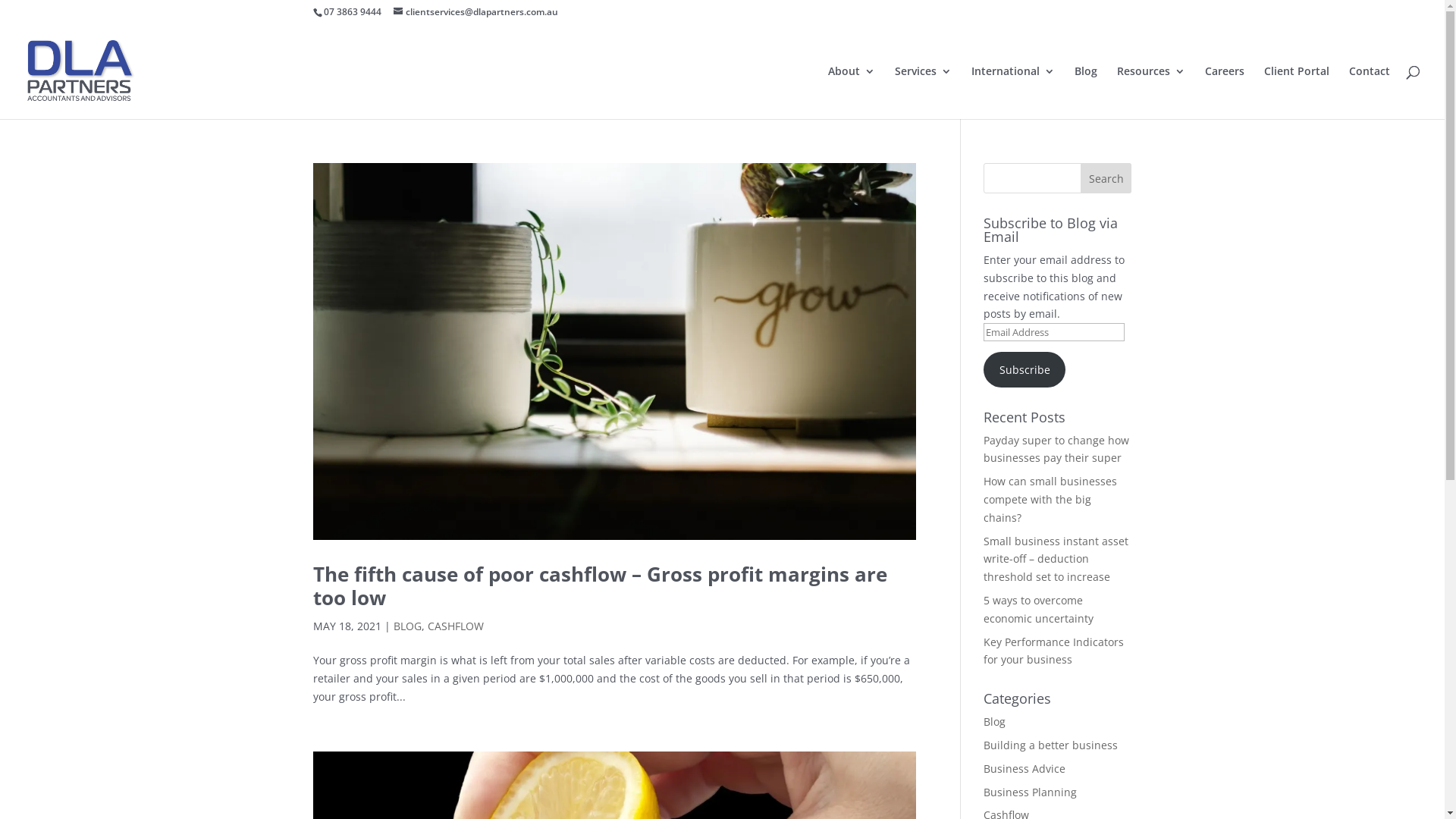  Describe the element at coordinates (1050, 499) in the screenshot. I see `'How can small businesses compete with the big chains?'` at that location.